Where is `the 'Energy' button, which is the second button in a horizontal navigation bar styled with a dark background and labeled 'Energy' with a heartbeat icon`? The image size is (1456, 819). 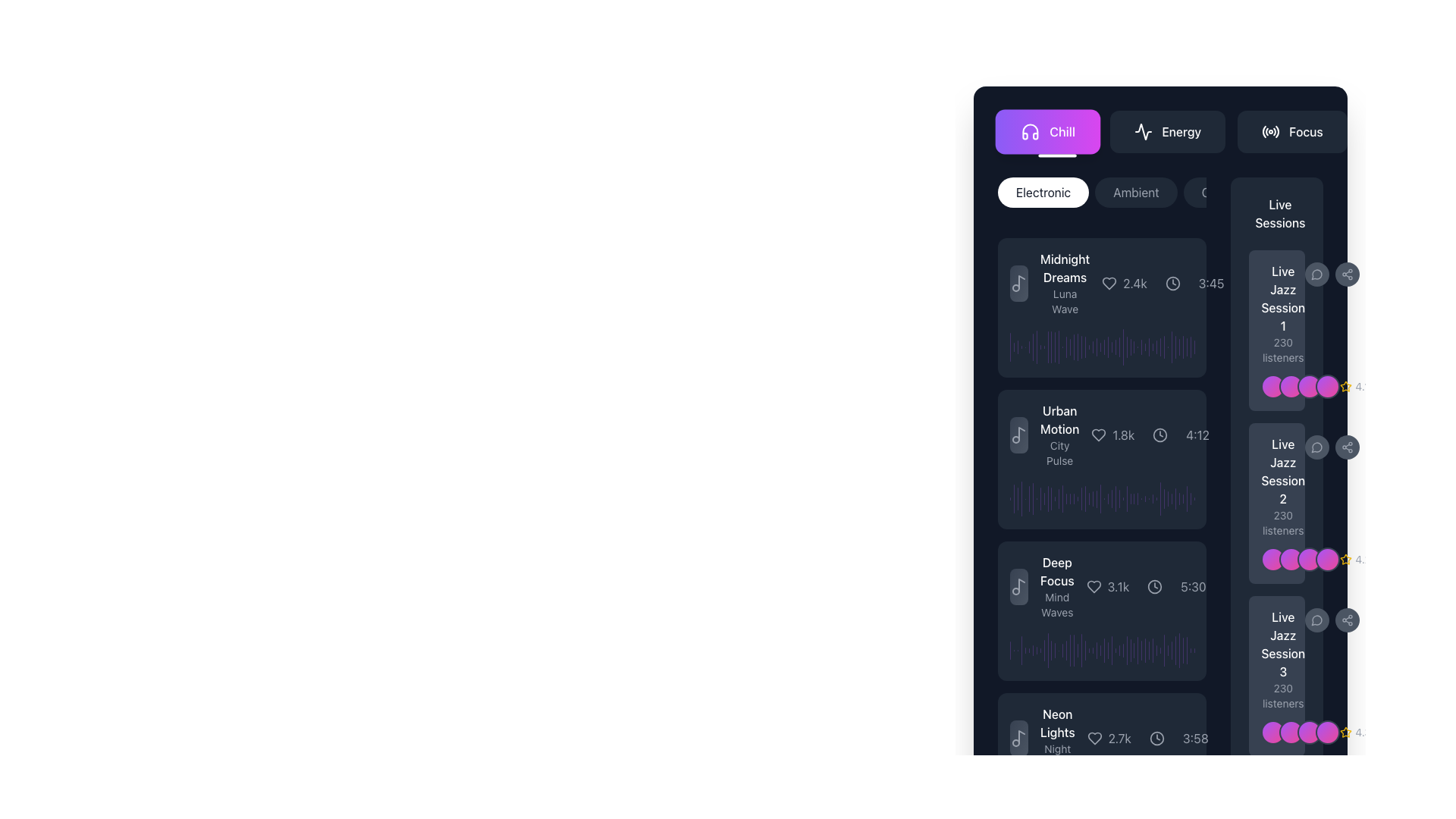 the 'Energy' button, which is the second button in a horizontal navigation bar styled with a dark background and labeled 'Energy' with a heartbeat icon is located at coordinates (1159, 130).